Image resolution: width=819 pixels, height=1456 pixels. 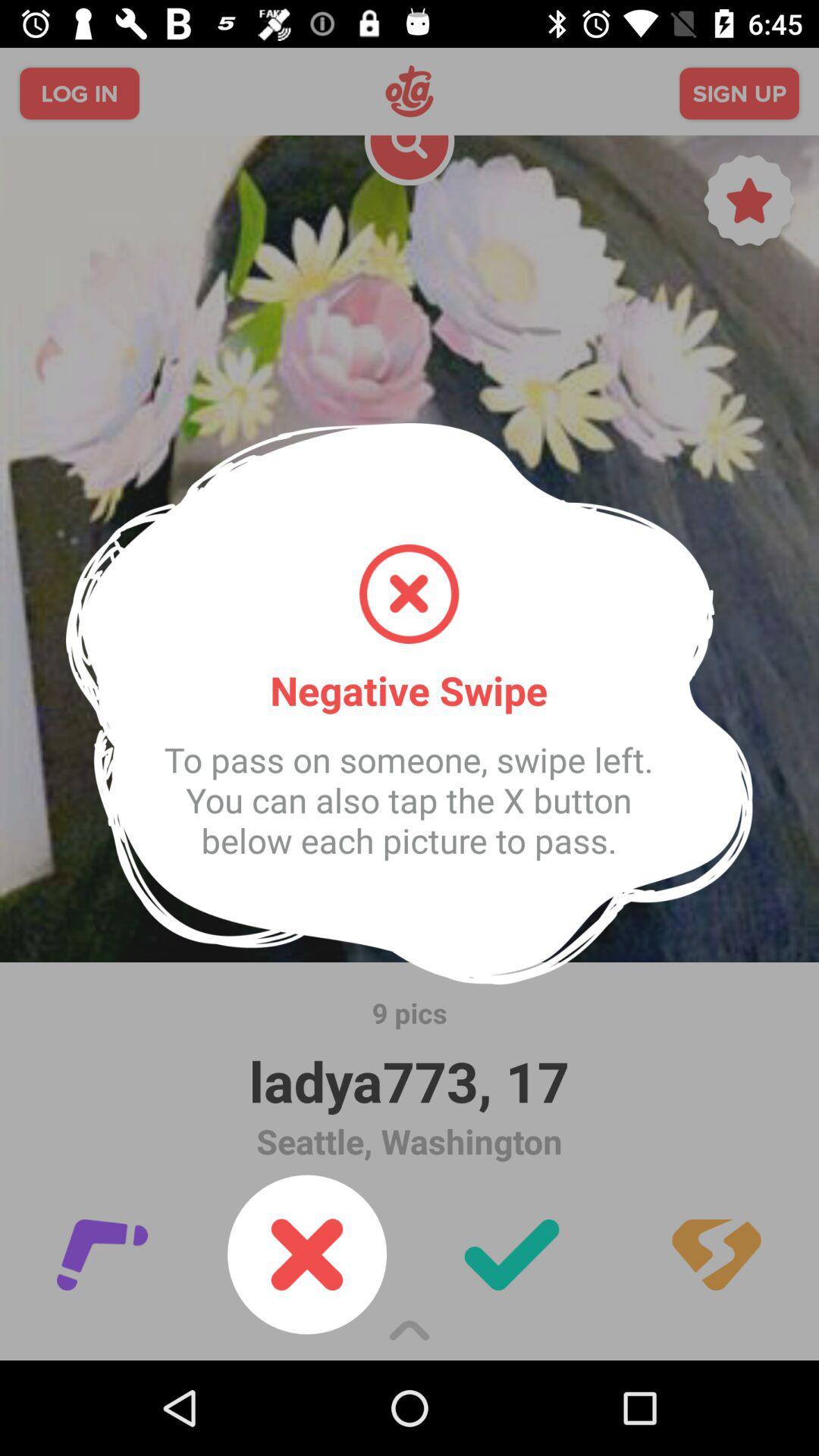 I want to click on the close icon, so click(x=307, y=1254).